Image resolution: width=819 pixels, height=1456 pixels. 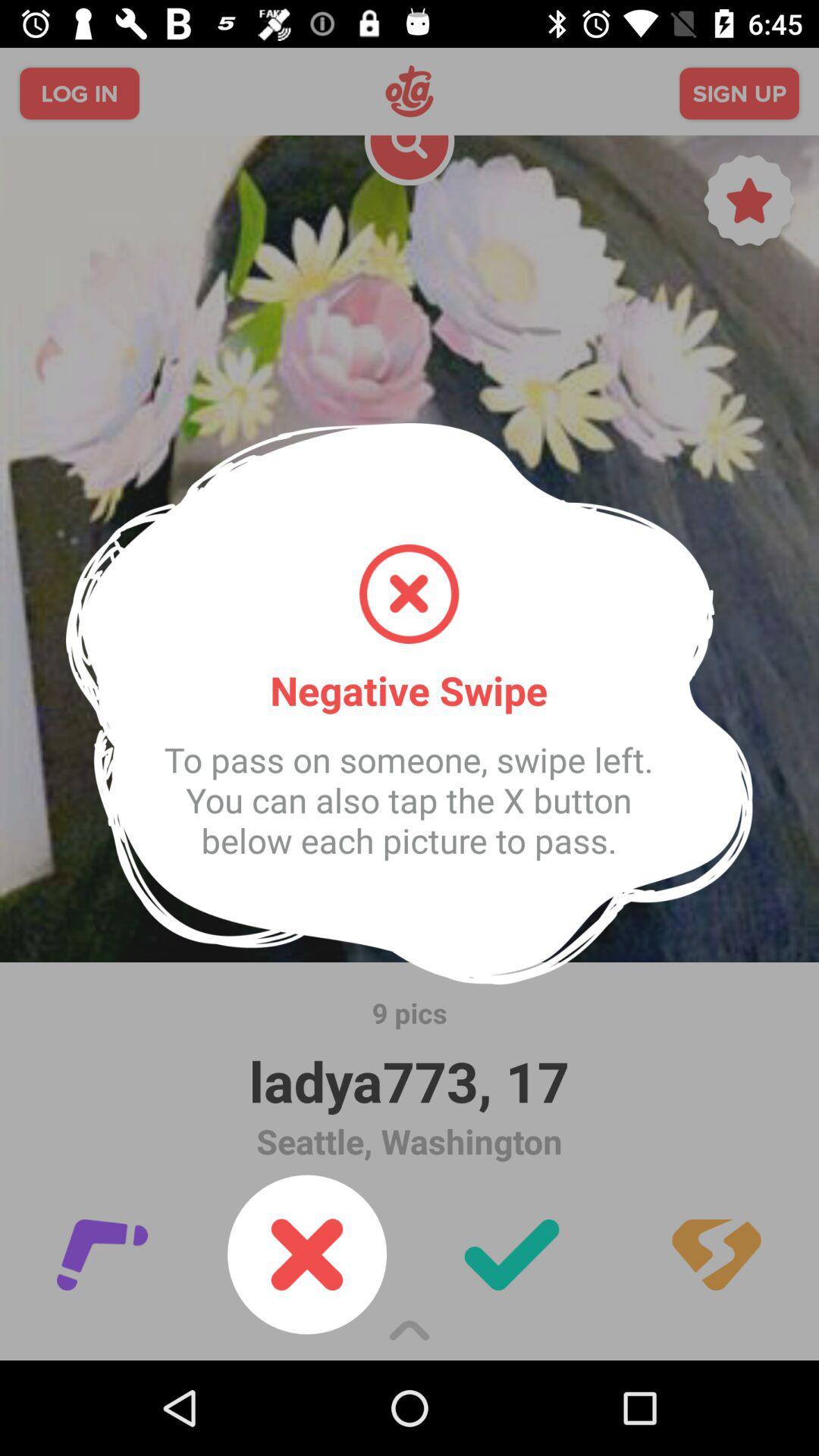 I want to click on the close icon, so click(x=307, y=1254).